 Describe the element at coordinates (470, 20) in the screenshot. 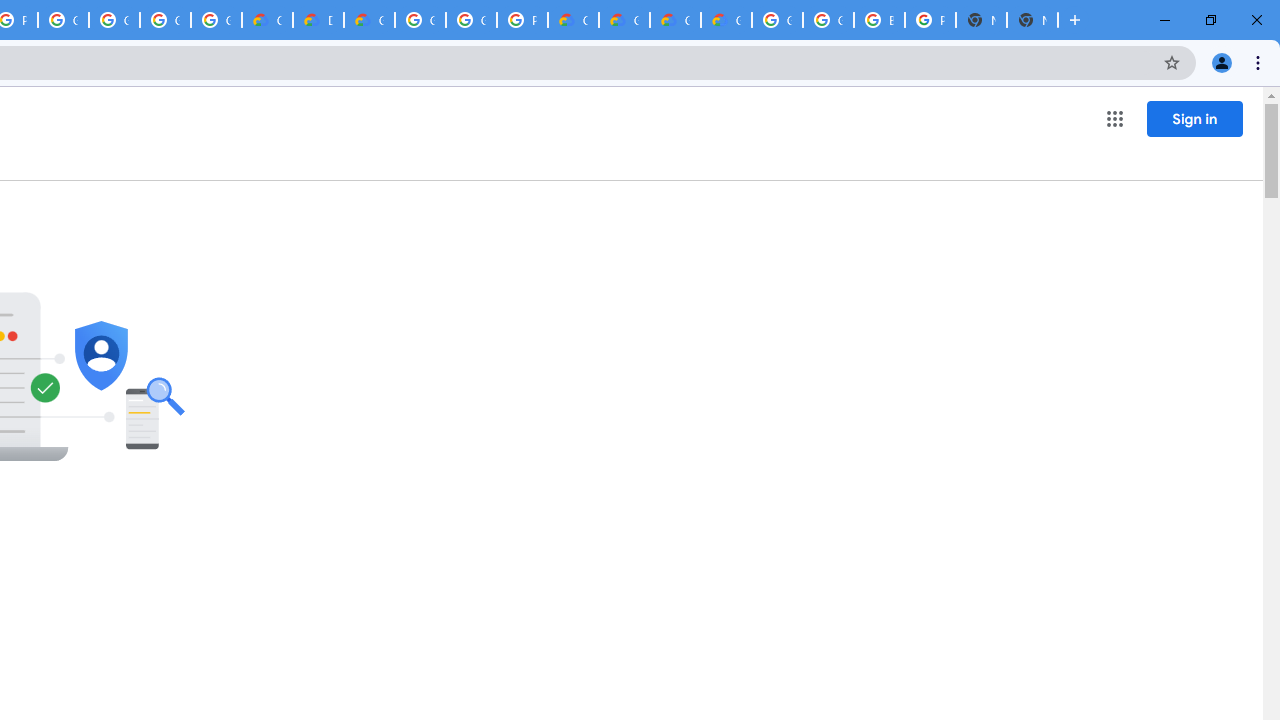

I see `'Google Cloud Platform'` at that location.